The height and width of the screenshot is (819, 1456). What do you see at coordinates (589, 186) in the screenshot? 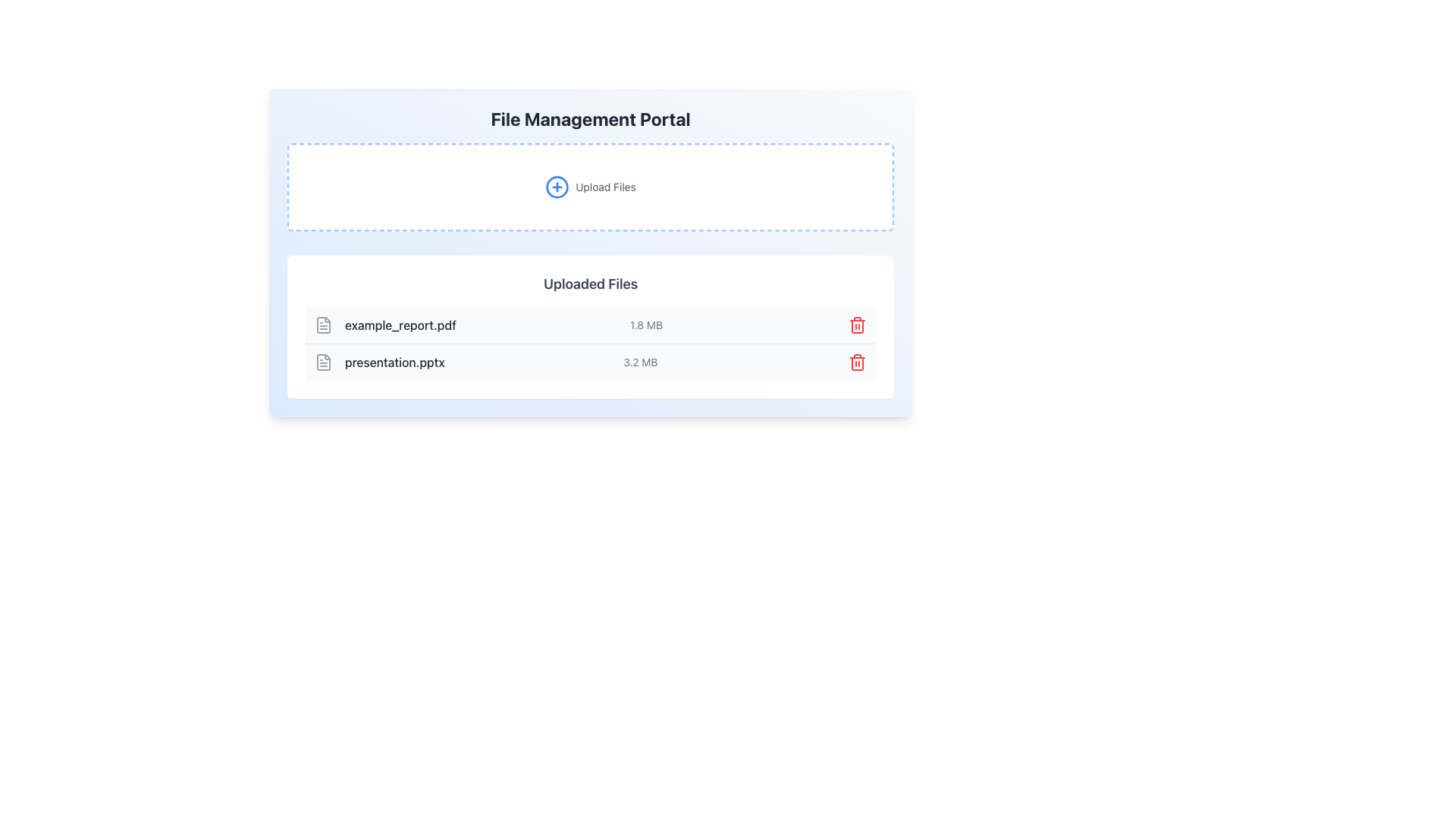
I see `and drop a file onto the upload area component, which is a rectangular white element with dashed blue borders and a centered blue circle '+' icon labeled 'Upload Files'` at bounding box center [589, 186].